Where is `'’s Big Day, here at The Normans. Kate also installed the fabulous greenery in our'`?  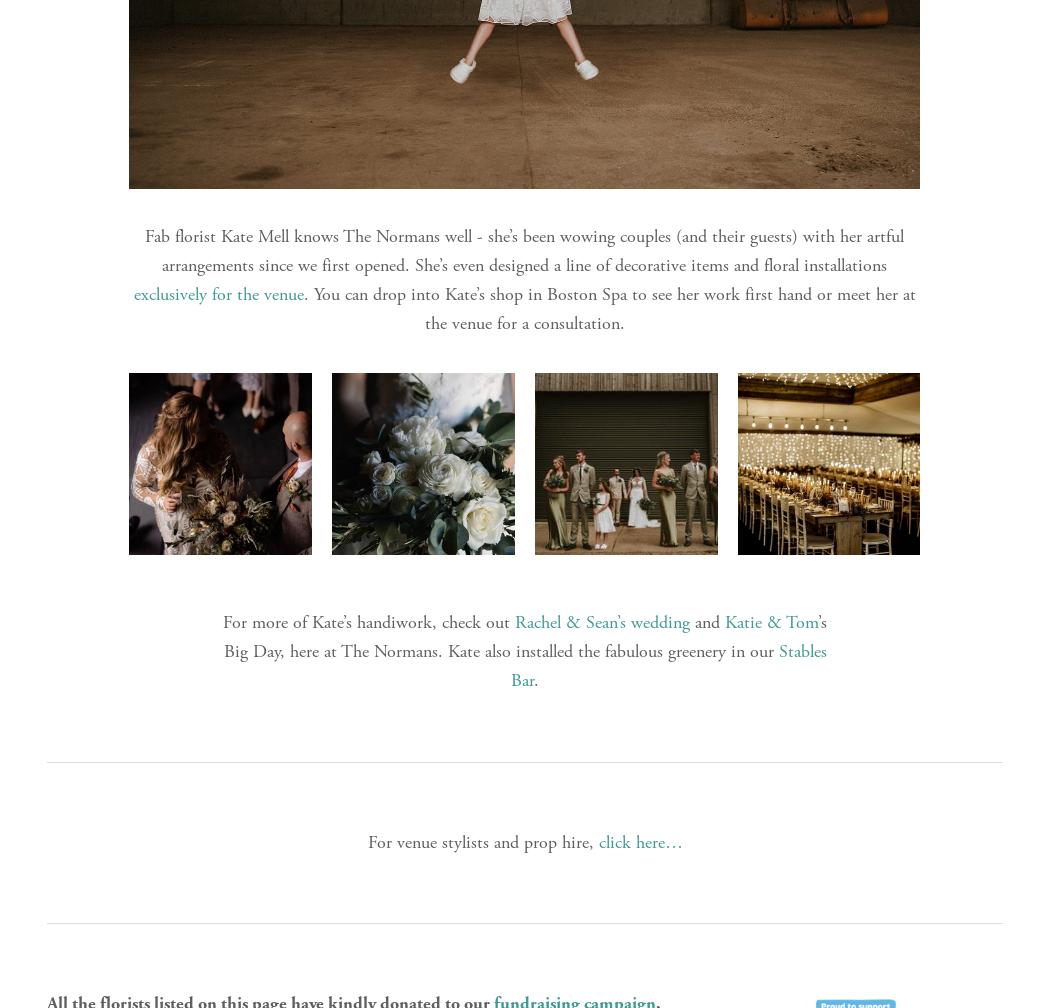
'’s Big Day, here at The Normans. Kate also installed the fabulous greenery in our' is located at coordinates (527, 636).